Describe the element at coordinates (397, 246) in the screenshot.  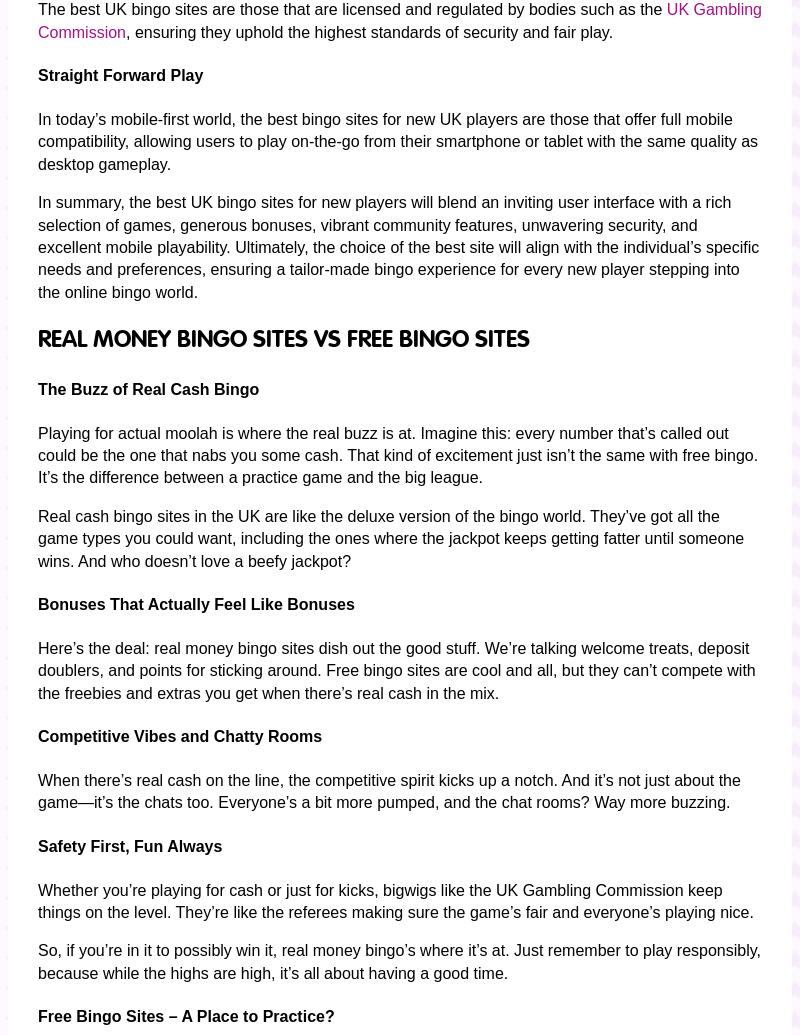
I see `'In summary, the best UK bingo sites for new players will blend an inviting user interface with a rich selection of games, generous bonuses, vibrant community features, unwavering security, and excellent mobile playability. Ultimately, the choice of the best site will align with the individual’s specific needs and preferences, ensuring a tailor-made bingo experience for every new player stepping into the online bingo world.'` at that location.